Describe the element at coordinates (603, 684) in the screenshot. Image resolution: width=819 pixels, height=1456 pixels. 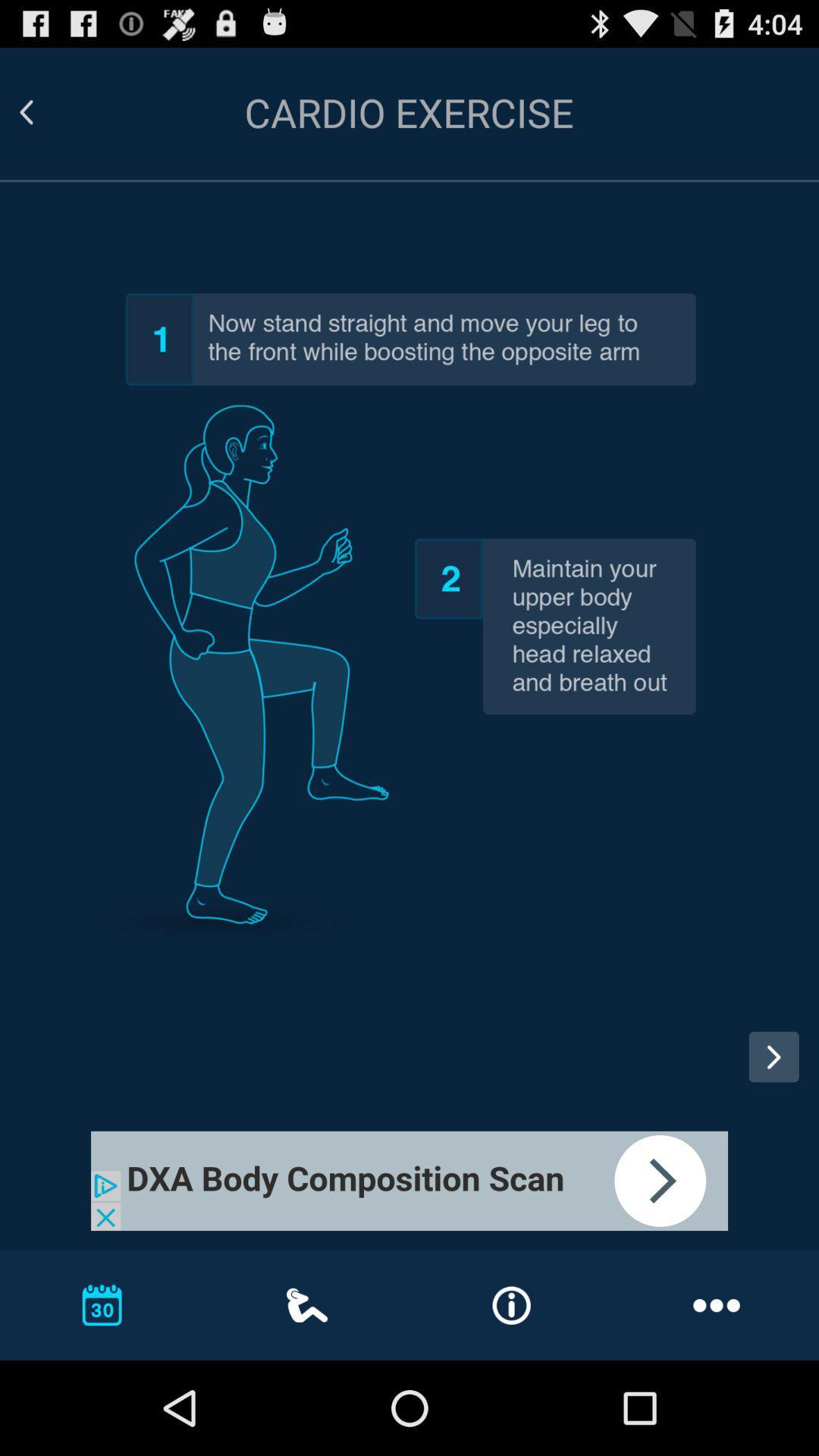
I see `the date_range icon` at that location.